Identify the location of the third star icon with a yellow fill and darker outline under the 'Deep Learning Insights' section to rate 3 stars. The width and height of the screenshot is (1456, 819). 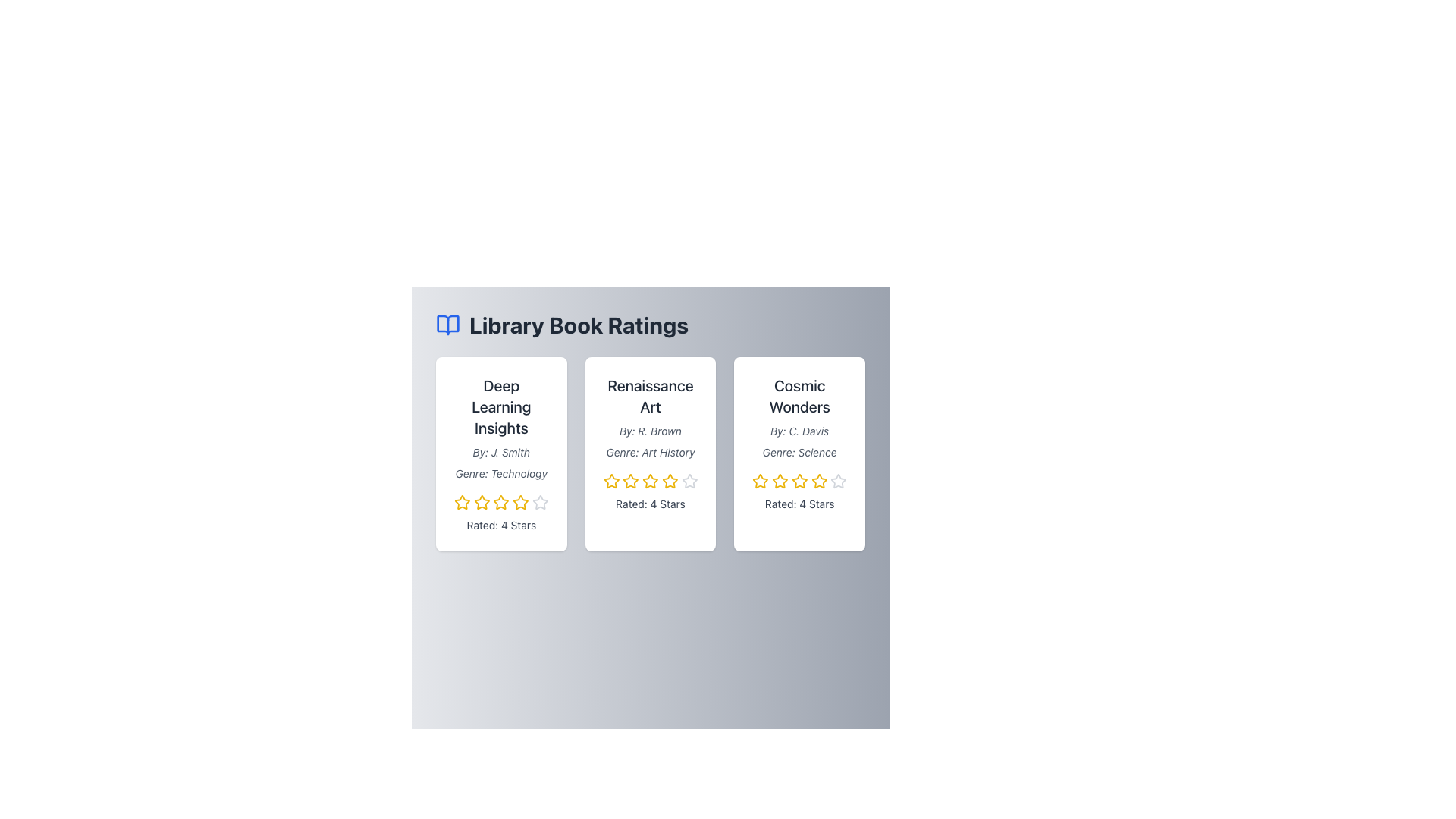
(501, 502).